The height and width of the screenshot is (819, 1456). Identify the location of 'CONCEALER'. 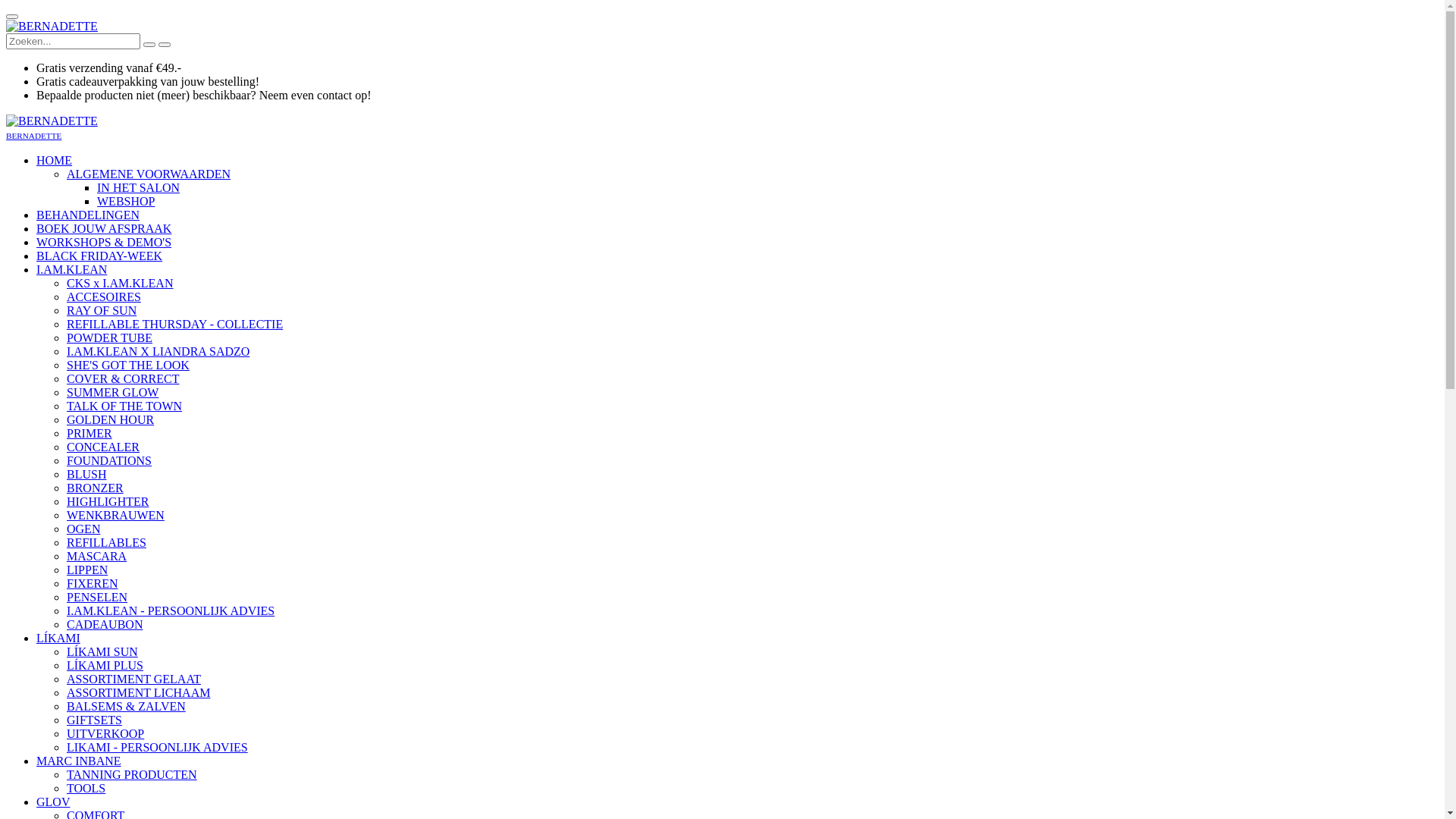
(102, 446).